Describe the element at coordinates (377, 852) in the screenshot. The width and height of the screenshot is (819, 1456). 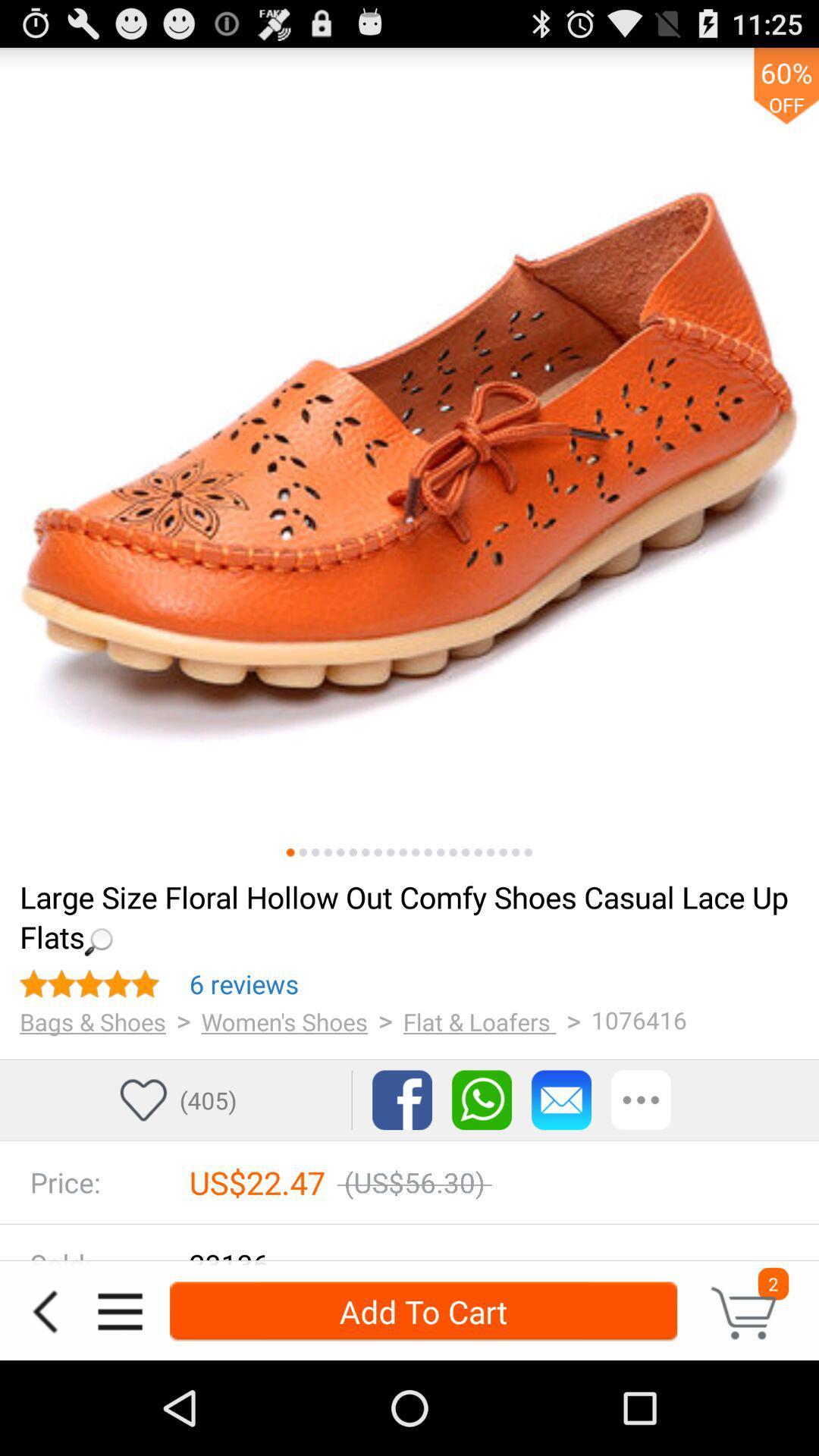
I see `the eighth image` at that location.